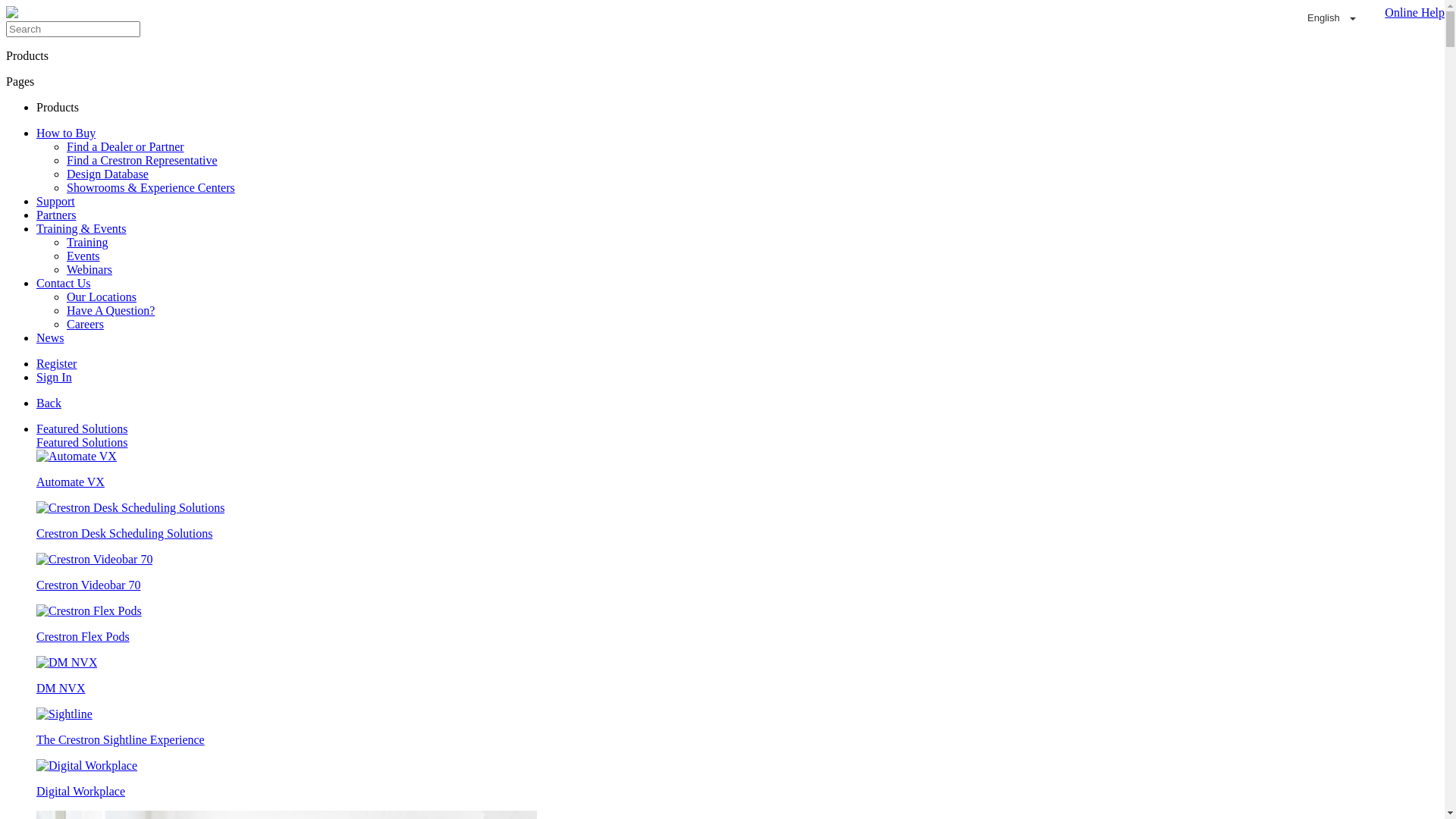  Describe the element at coordinates (62, 283) in the screenshot. I see `'Contact Us'` at that location.